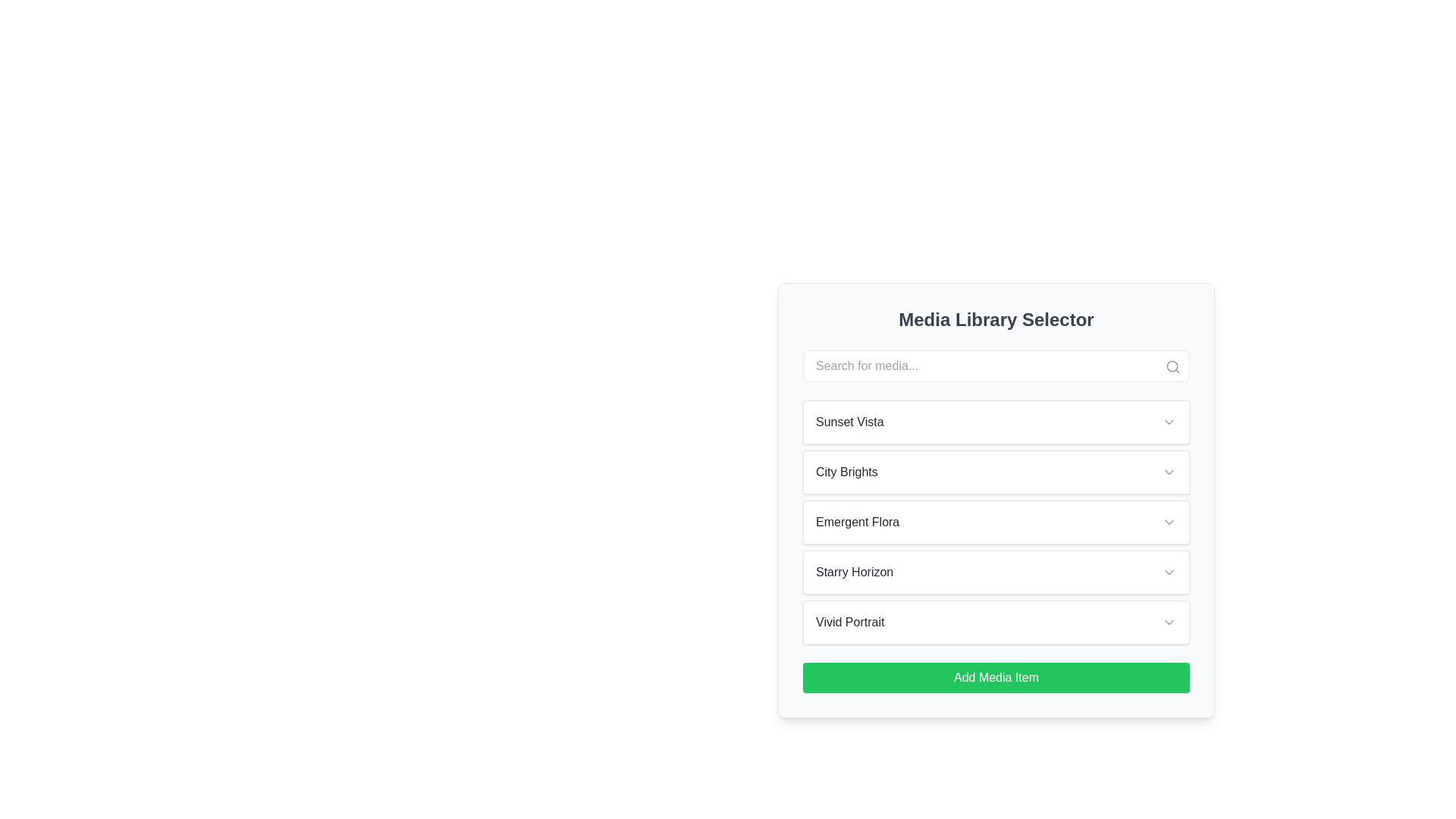 The image size is (1456, 819). I want to click on the text label displaying 'Sunset Vista' within the first clickable area under 'Media Library Selector', so click(849, 422).